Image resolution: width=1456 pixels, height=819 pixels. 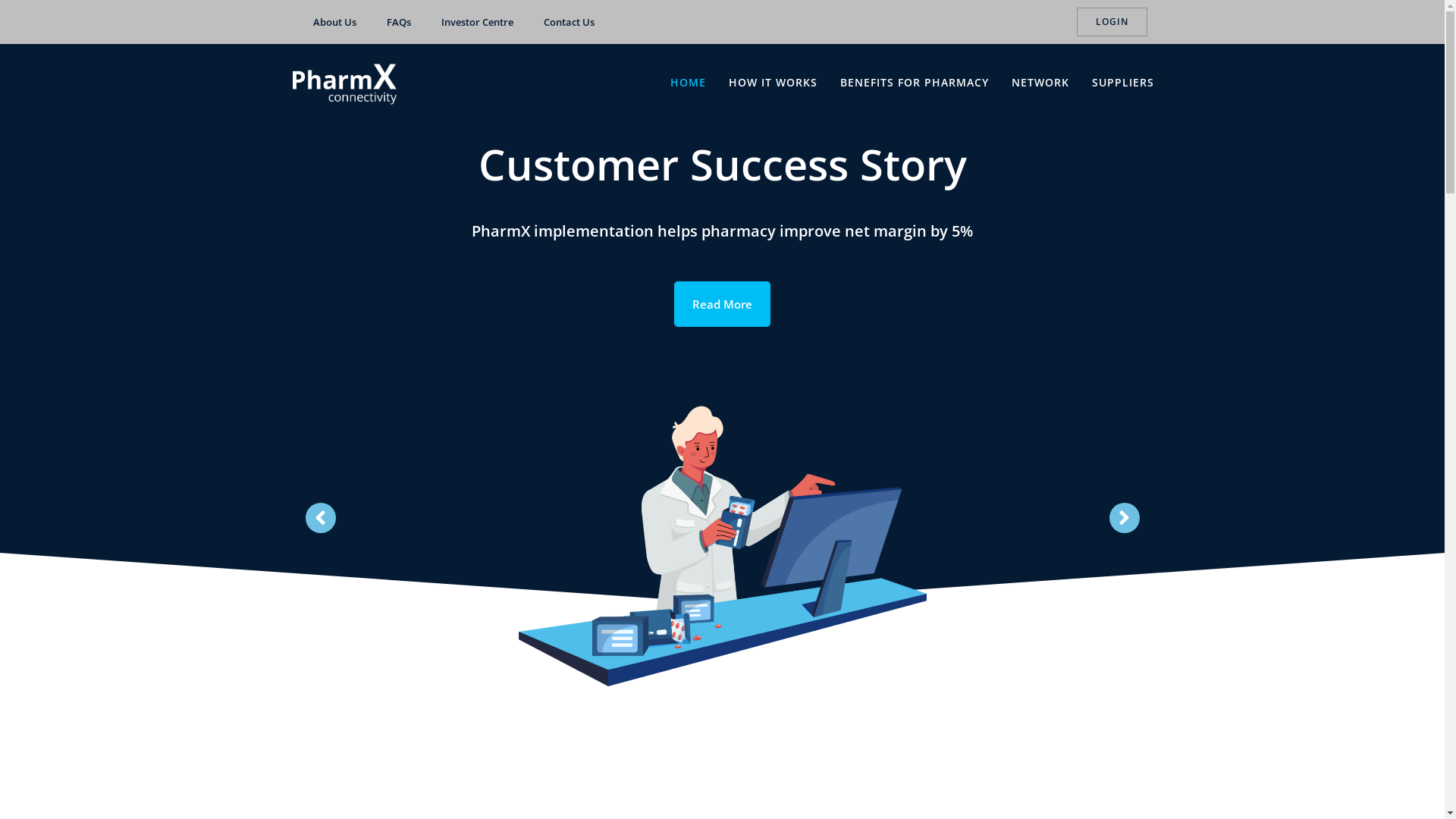 I want to click on 'FAQs', so click(x=399, y=22).